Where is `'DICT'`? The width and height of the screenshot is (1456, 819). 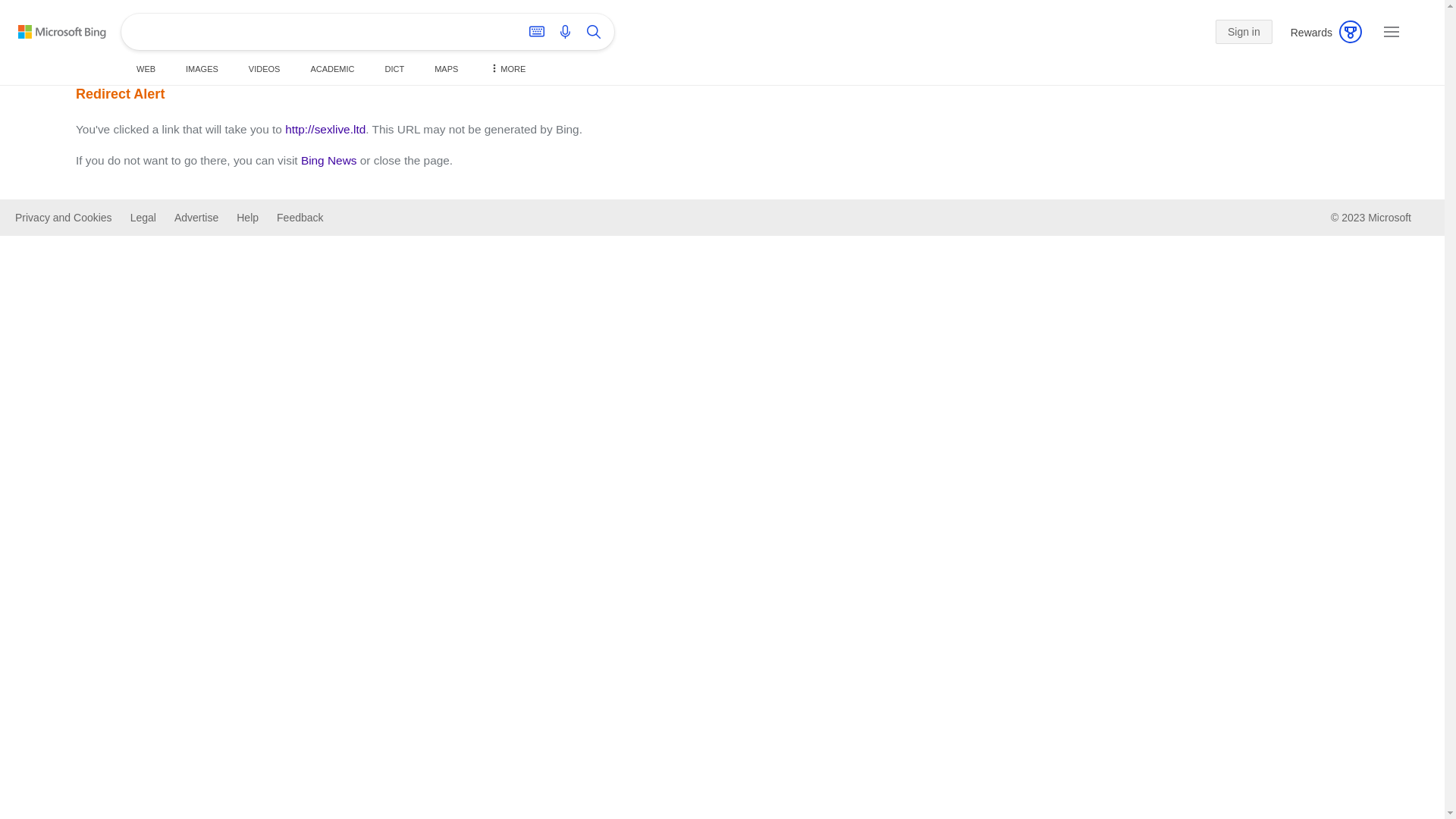
'DICT' is located at coordinates (395, 69).